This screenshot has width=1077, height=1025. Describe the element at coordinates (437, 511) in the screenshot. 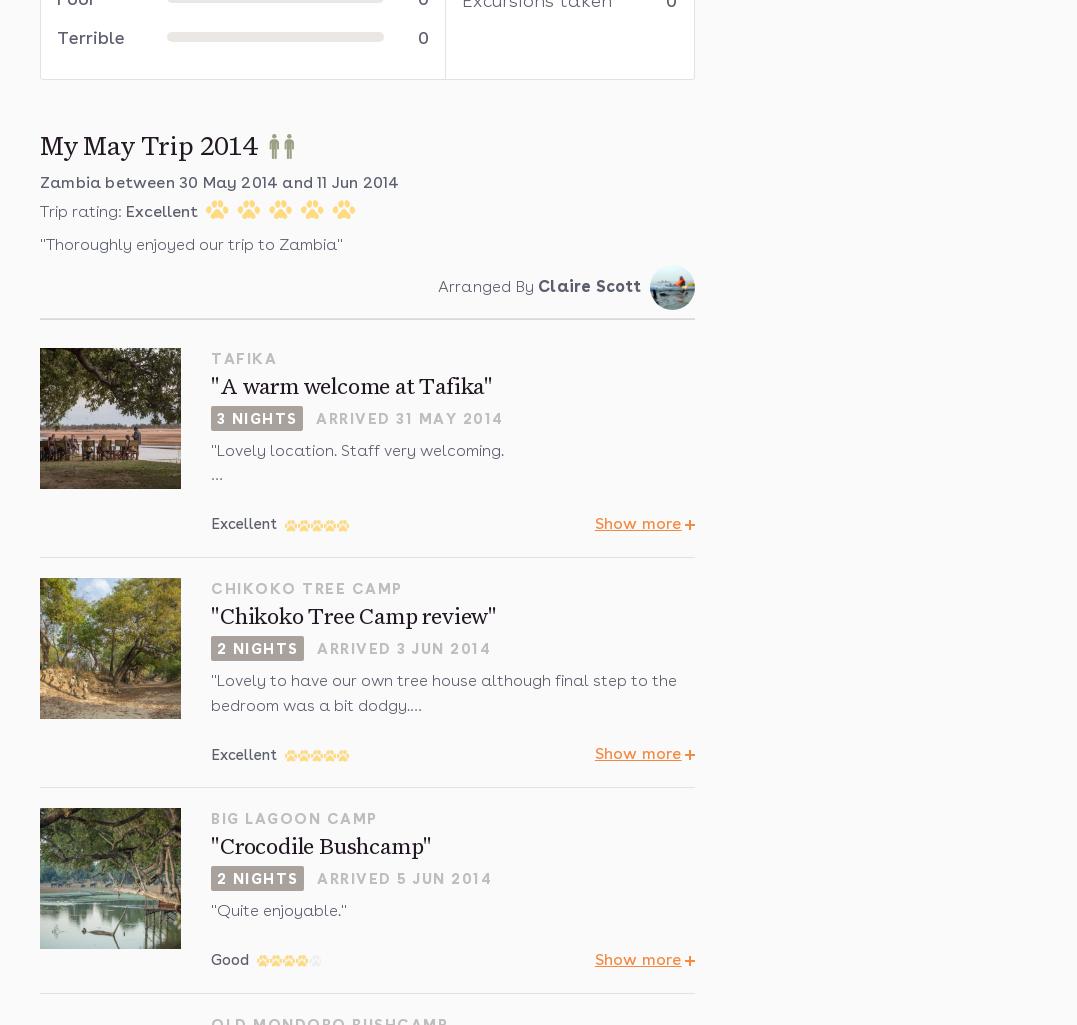

I see `'We were lucky enough to be the only guests during our stay and were well looked after."'` at that location.